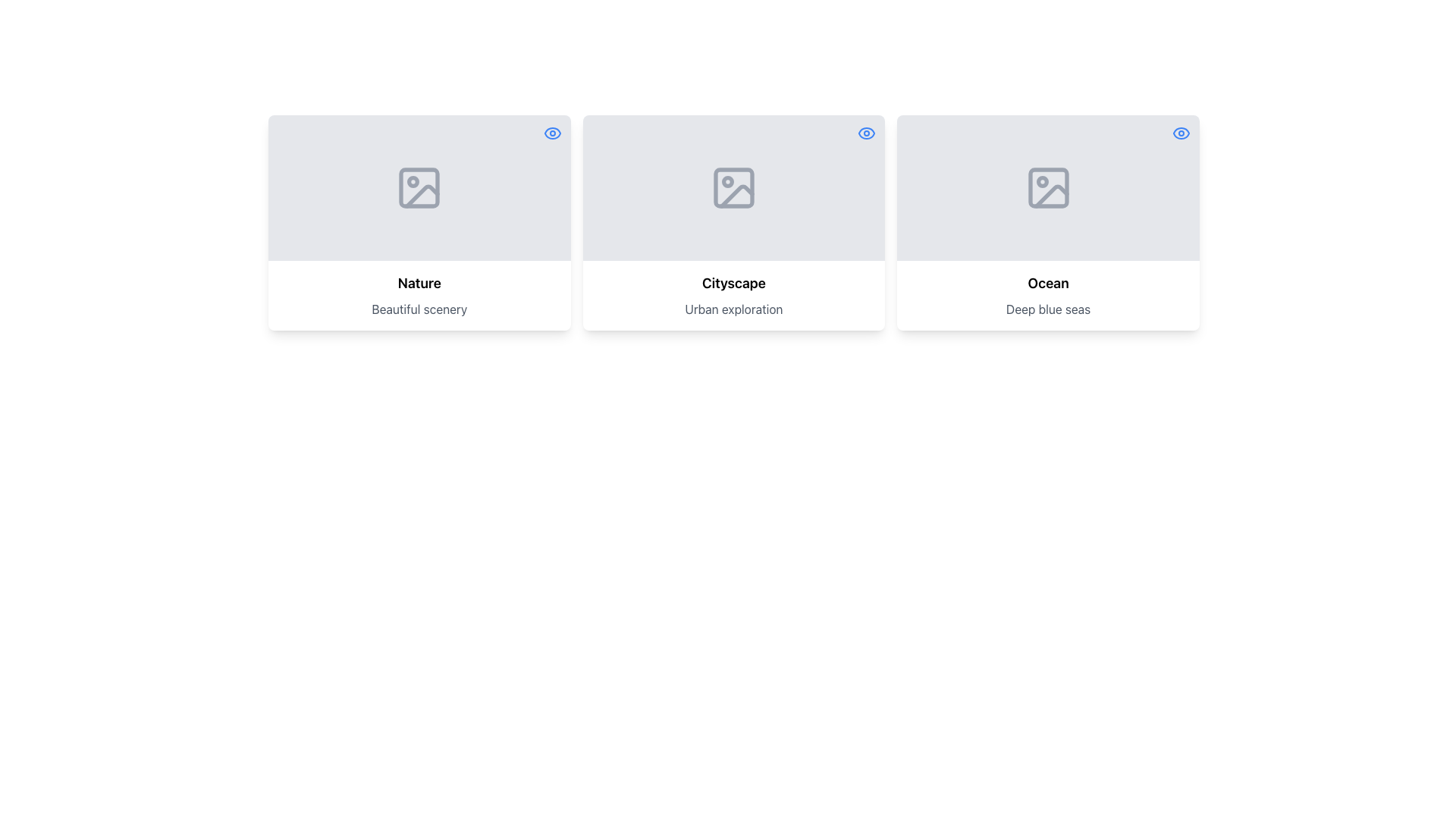  I want to click on the SVG rectangle shape in the top-left corner of the 'Nature' icon, so click(419, 187).